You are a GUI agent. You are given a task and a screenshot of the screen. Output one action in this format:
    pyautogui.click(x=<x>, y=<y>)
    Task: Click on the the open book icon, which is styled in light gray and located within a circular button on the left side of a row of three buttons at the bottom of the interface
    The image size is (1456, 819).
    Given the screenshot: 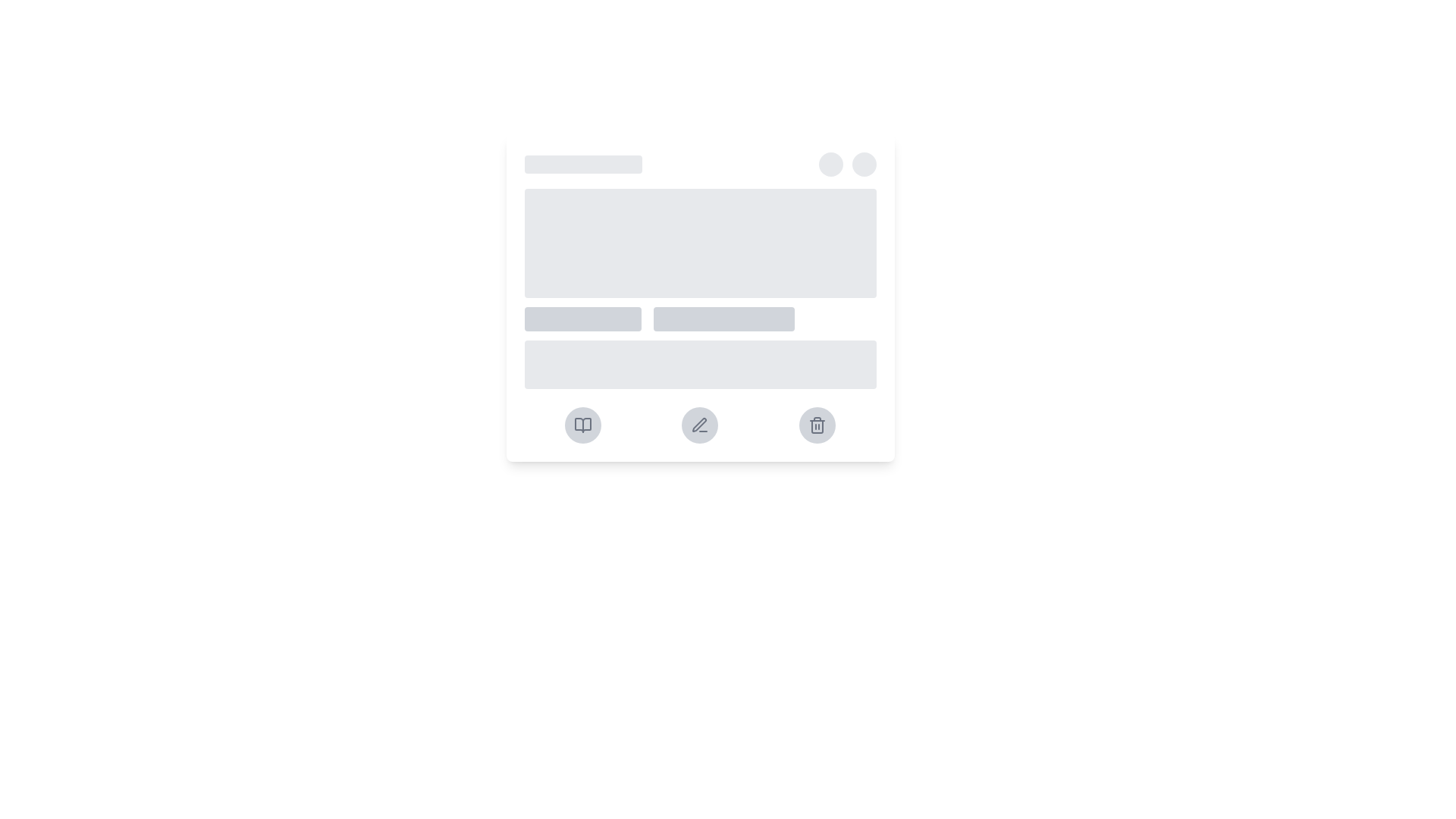 What is the action you would take?
    pyautogui.click(x=582, y=425)
    